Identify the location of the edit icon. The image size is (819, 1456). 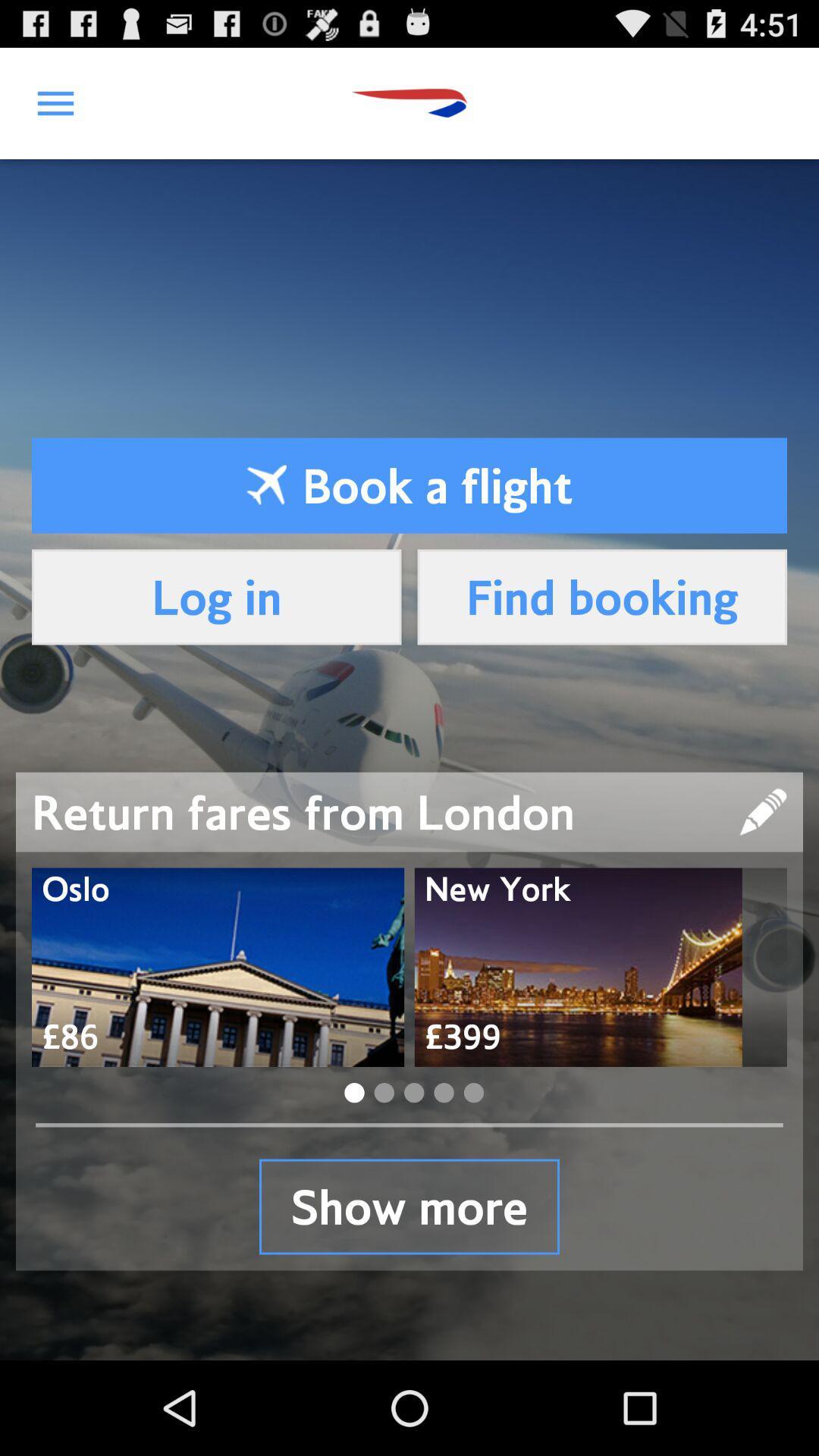
(763, 869).